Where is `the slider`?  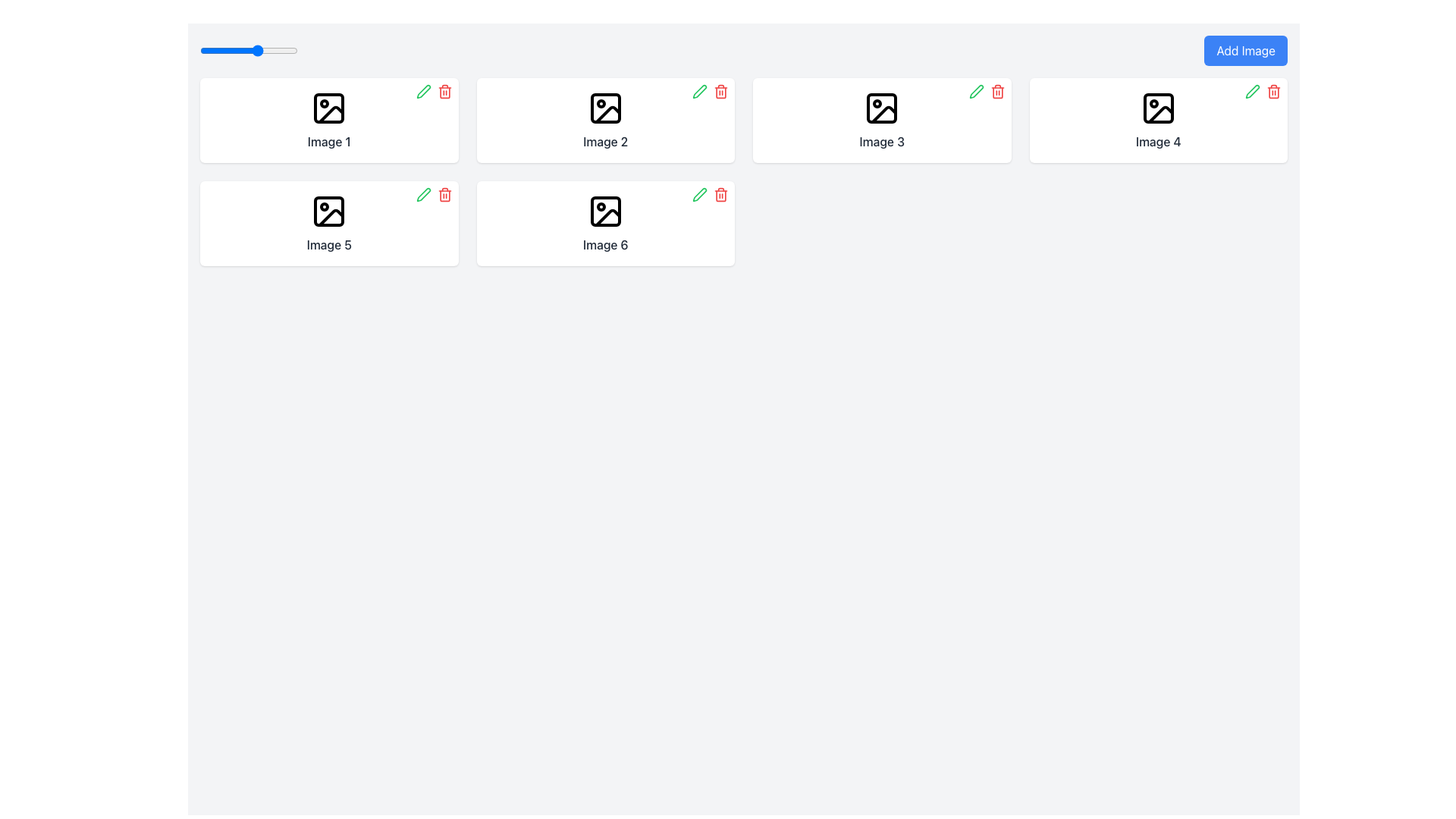 the slider is located at coordinates (199, 49).